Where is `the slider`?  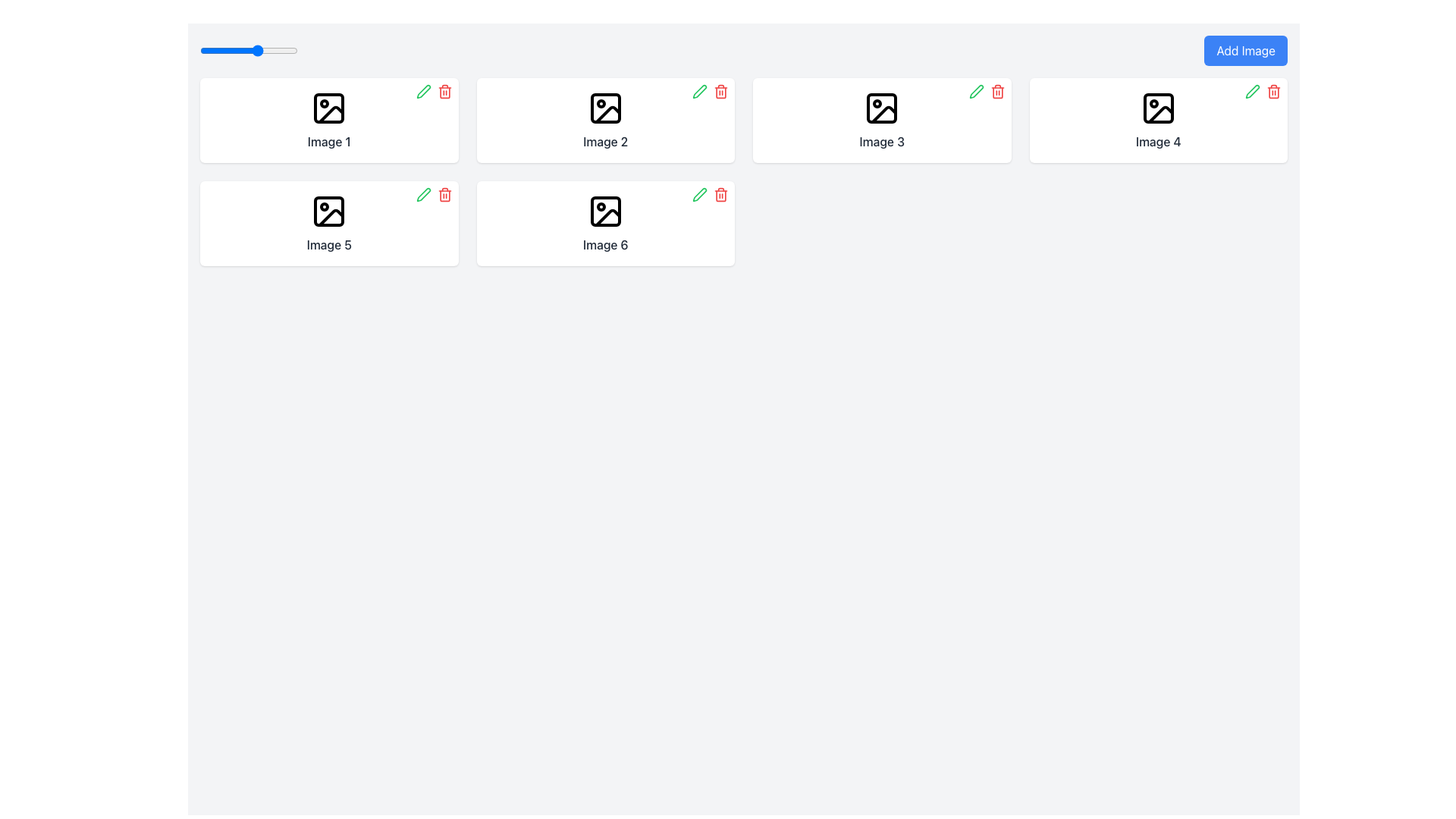 the slider is located at coordinates (199, 49).